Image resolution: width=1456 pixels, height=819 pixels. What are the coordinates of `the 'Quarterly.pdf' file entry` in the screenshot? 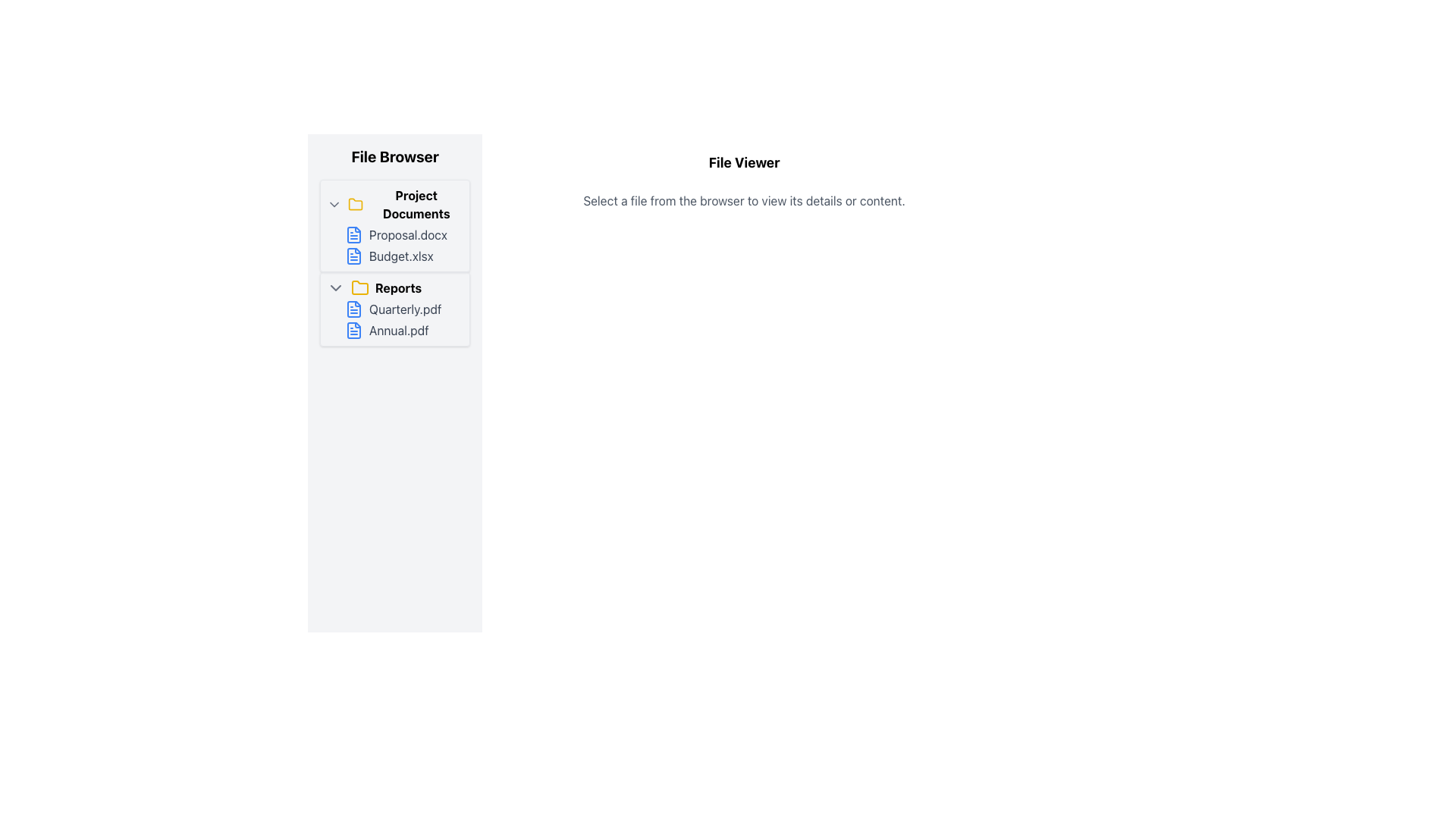 It's located at (404, 309).